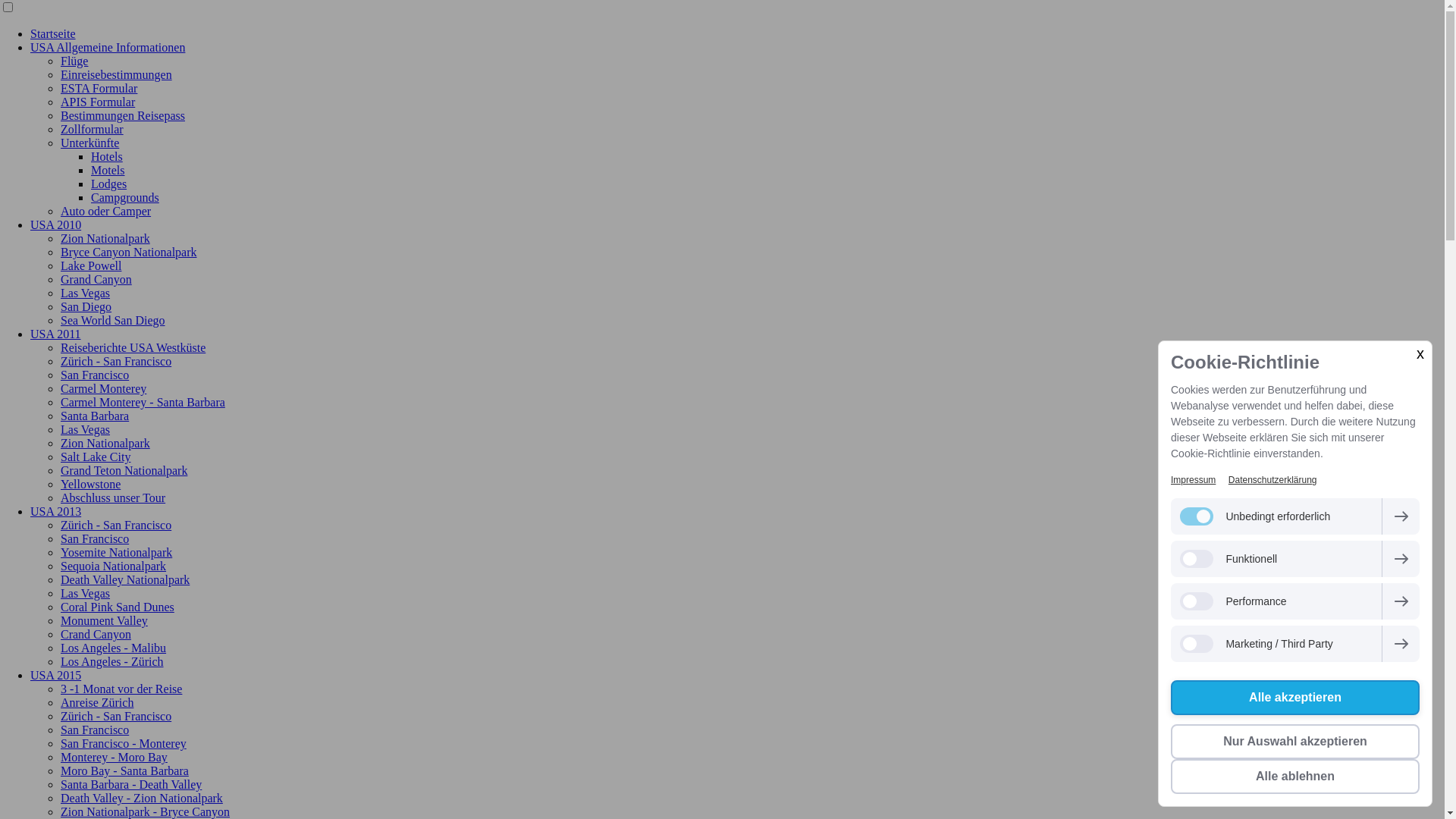 The width and height of the screenshot is (1456, 819). What do you see at coordinates (61, 579) in the screenshot?
I see `'Death Valley Nationalpark'` at bounding box center [61, 579].